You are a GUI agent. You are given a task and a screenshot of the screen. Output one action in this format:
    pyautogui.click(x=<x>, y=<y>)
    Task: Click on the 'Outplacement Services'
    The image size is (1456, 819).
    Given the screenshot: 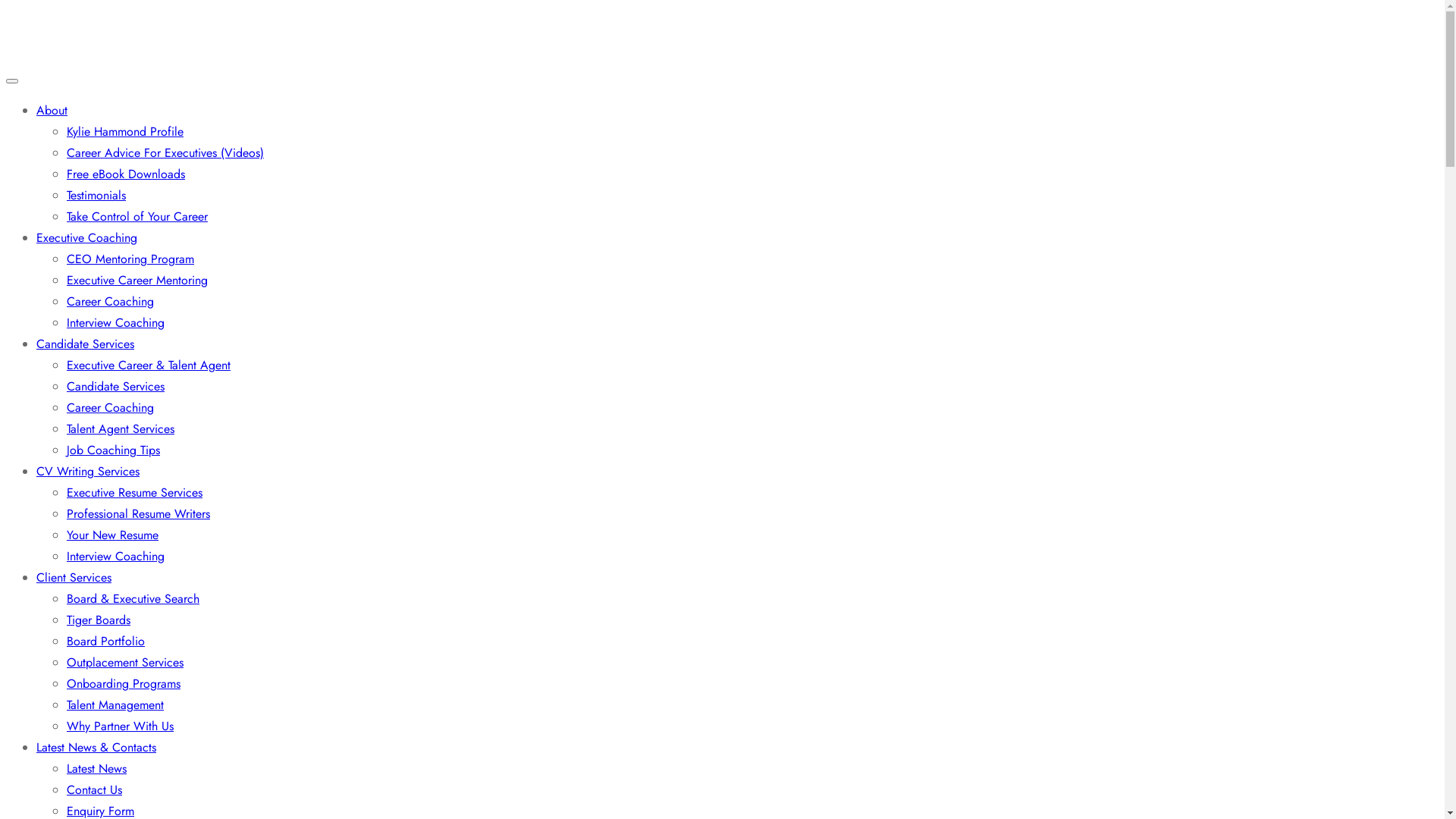 What is the action you would take?
    pyautogui.click(x=65, y=661)
    